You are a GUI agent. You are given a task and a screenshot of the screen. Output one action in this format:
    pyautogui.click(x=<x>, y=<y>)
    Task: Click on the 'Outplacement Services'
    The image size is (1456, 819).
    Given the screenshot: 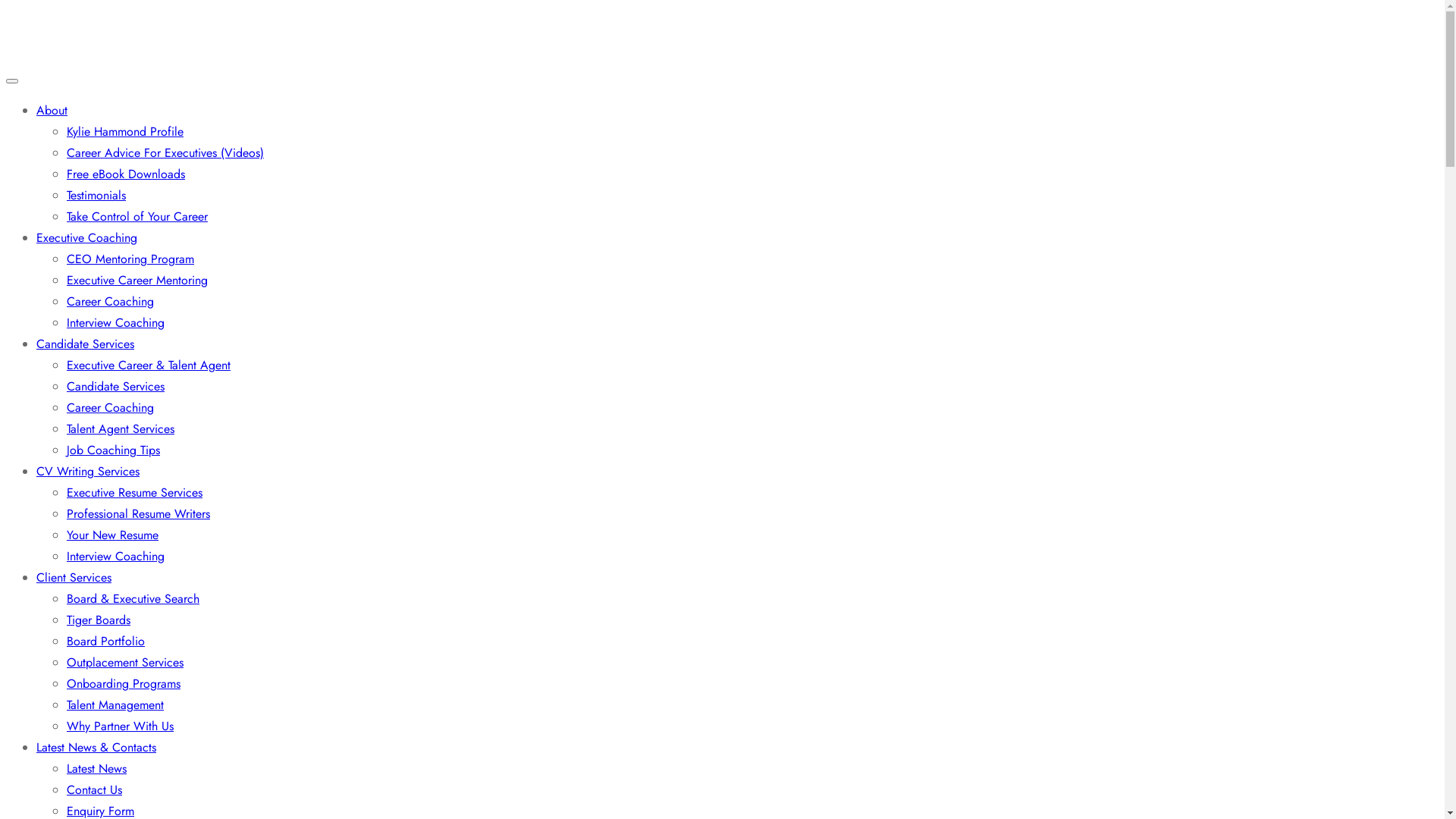 What is the action you would take?
    pyautogui.click(x=65, y=661)
    